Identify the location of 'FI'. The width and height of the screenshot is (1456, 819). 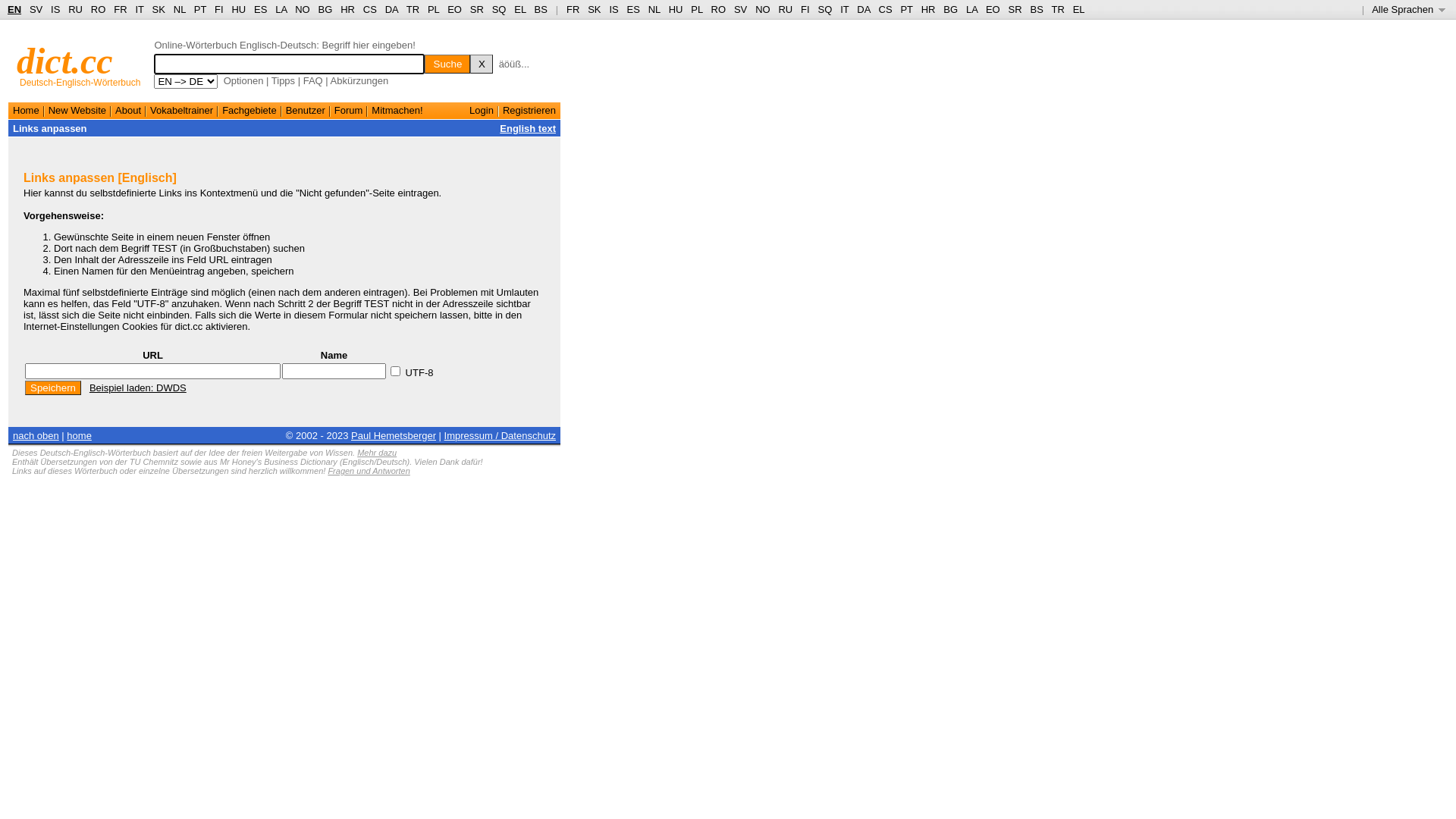
(804, 9).